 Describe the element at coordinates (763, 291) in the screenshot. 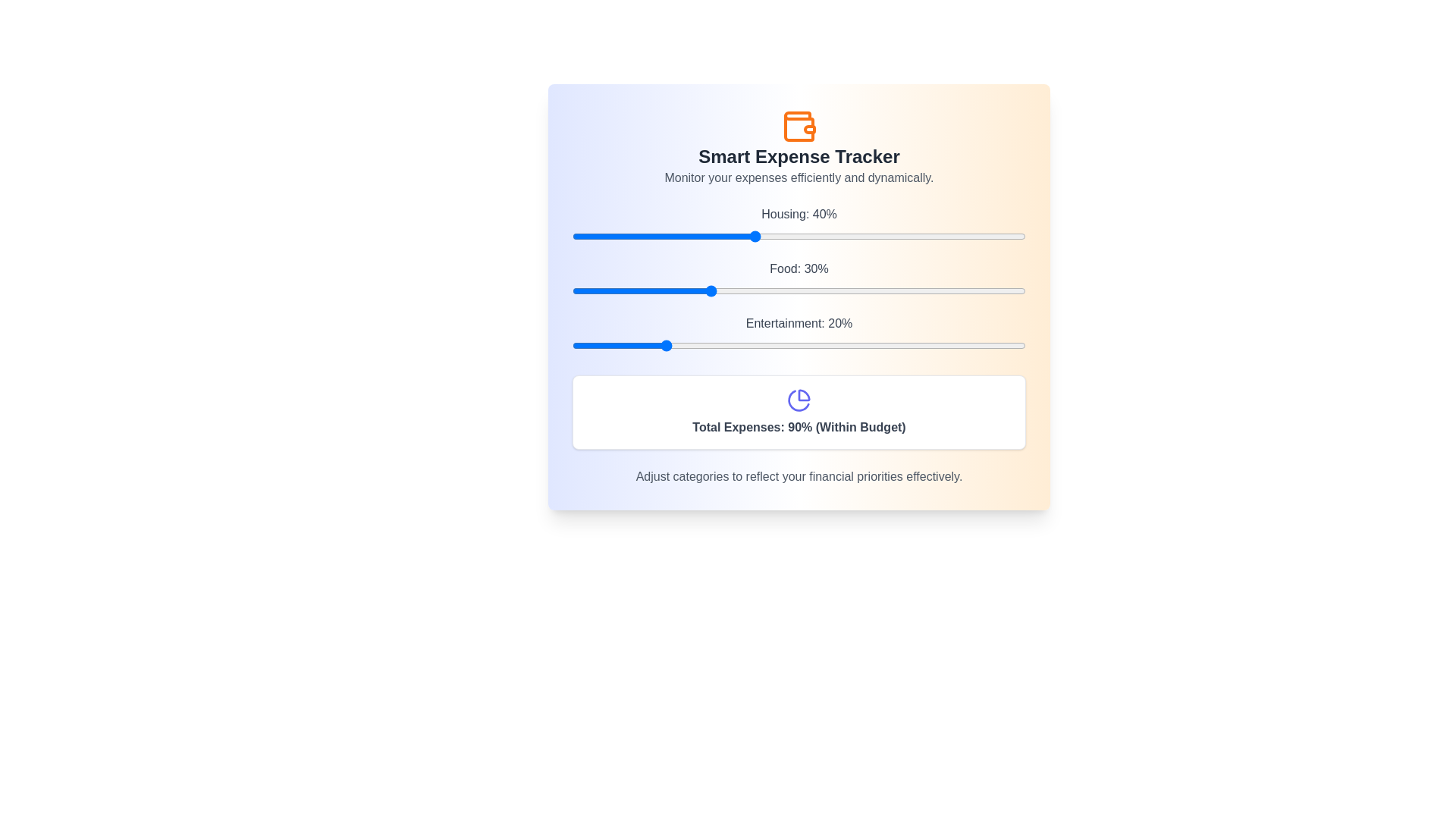

I see `the Food slider to set its value to 42%` at that location.